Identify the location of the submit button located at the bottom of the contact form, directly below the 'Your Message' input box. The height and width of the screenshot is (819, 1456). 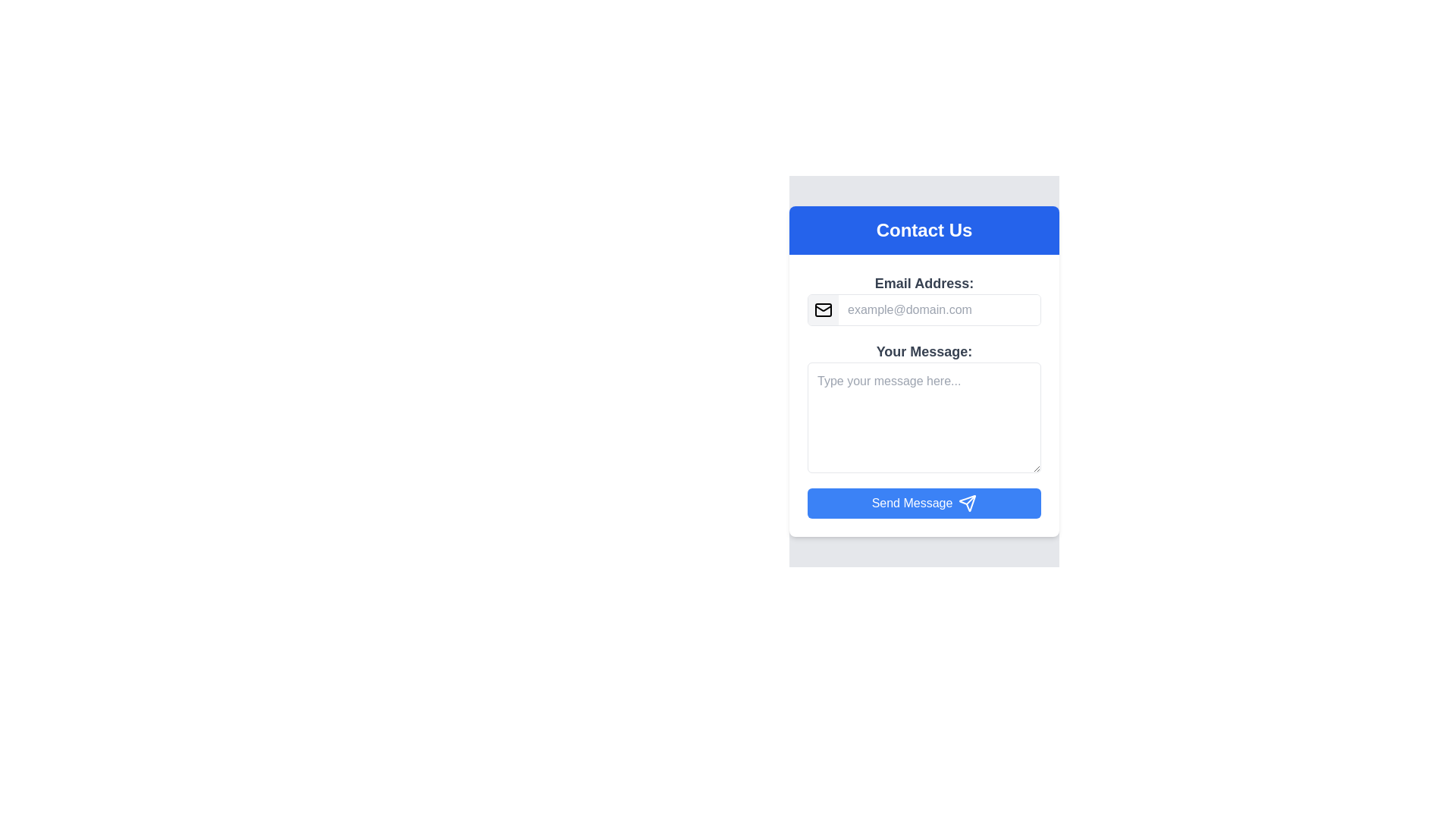
(924, 503).